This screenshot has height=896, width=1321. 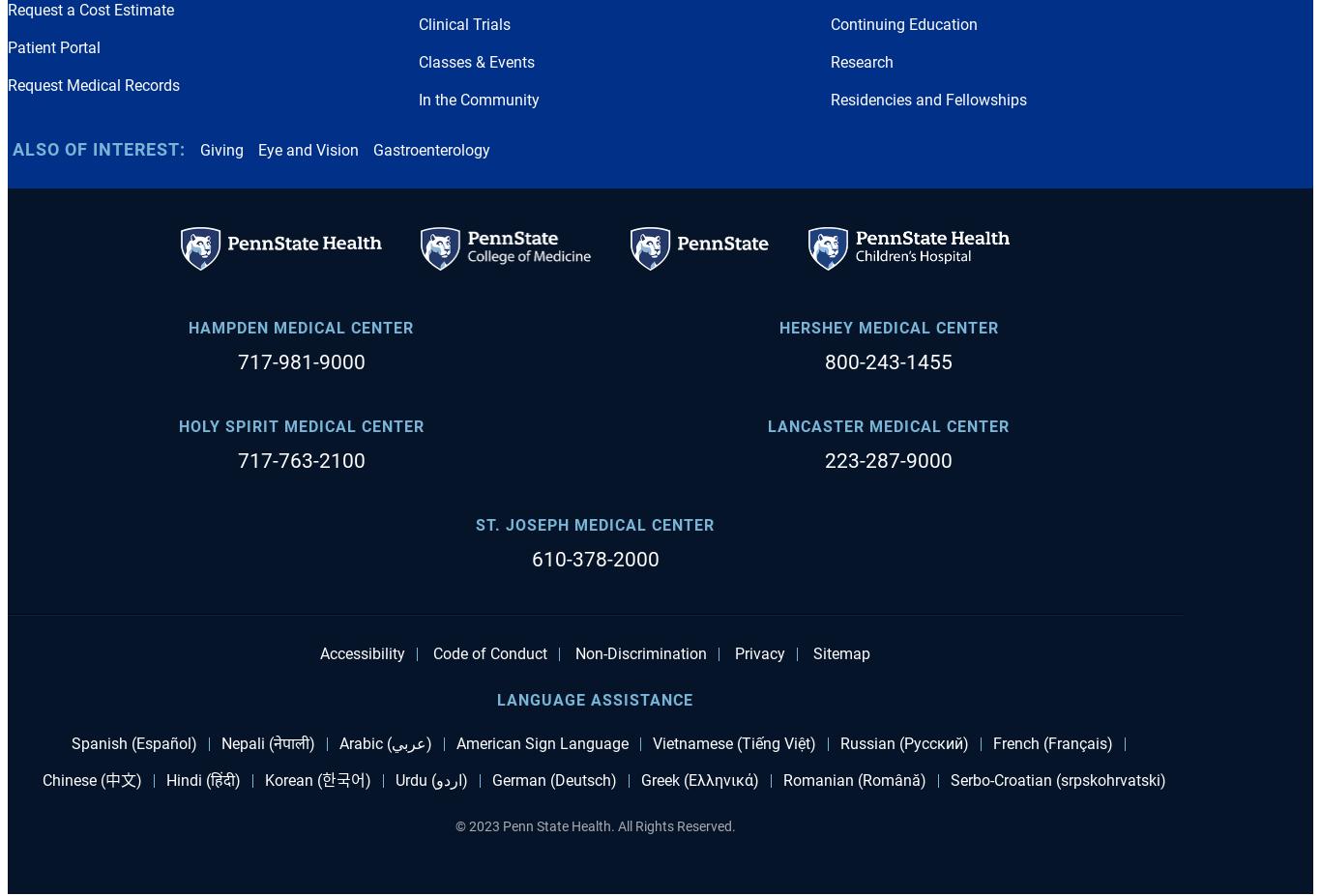 What do you see at coordinates (201, 779) in the screenshot?
I see `'Hindi (हिंदी)'` at bounding box center [201, 779].